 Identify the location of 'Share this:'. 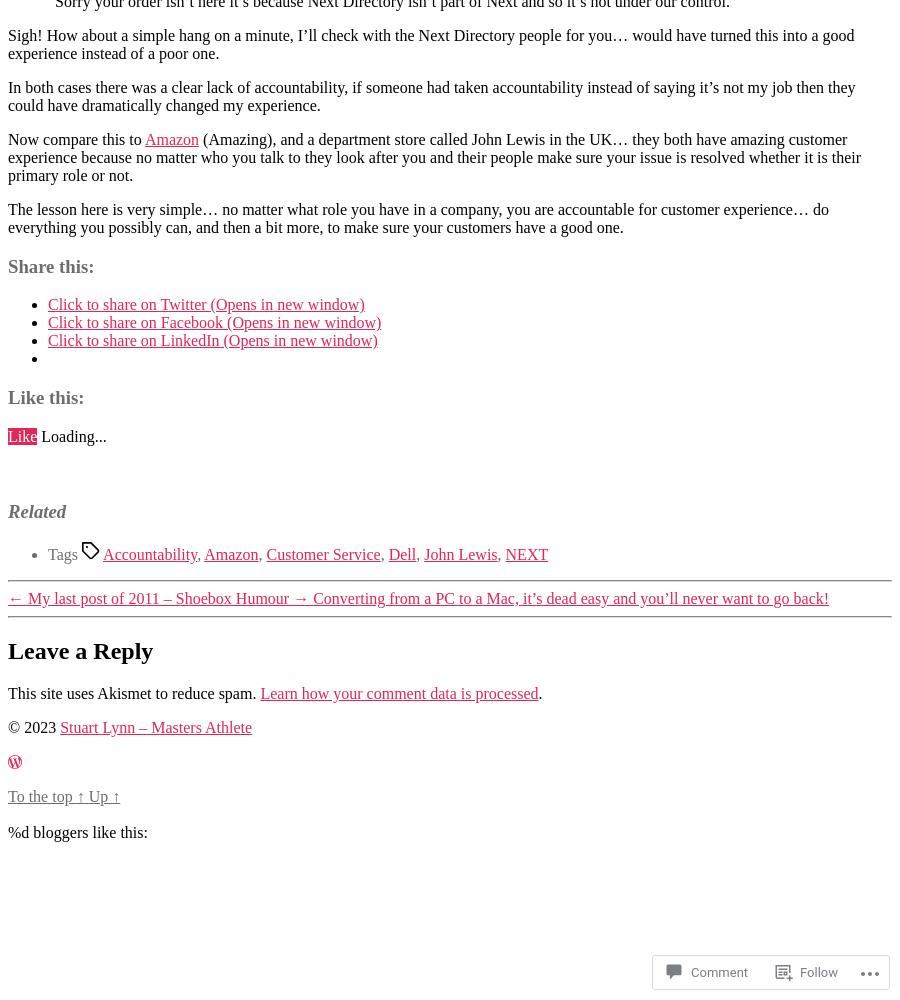
(50, 265).